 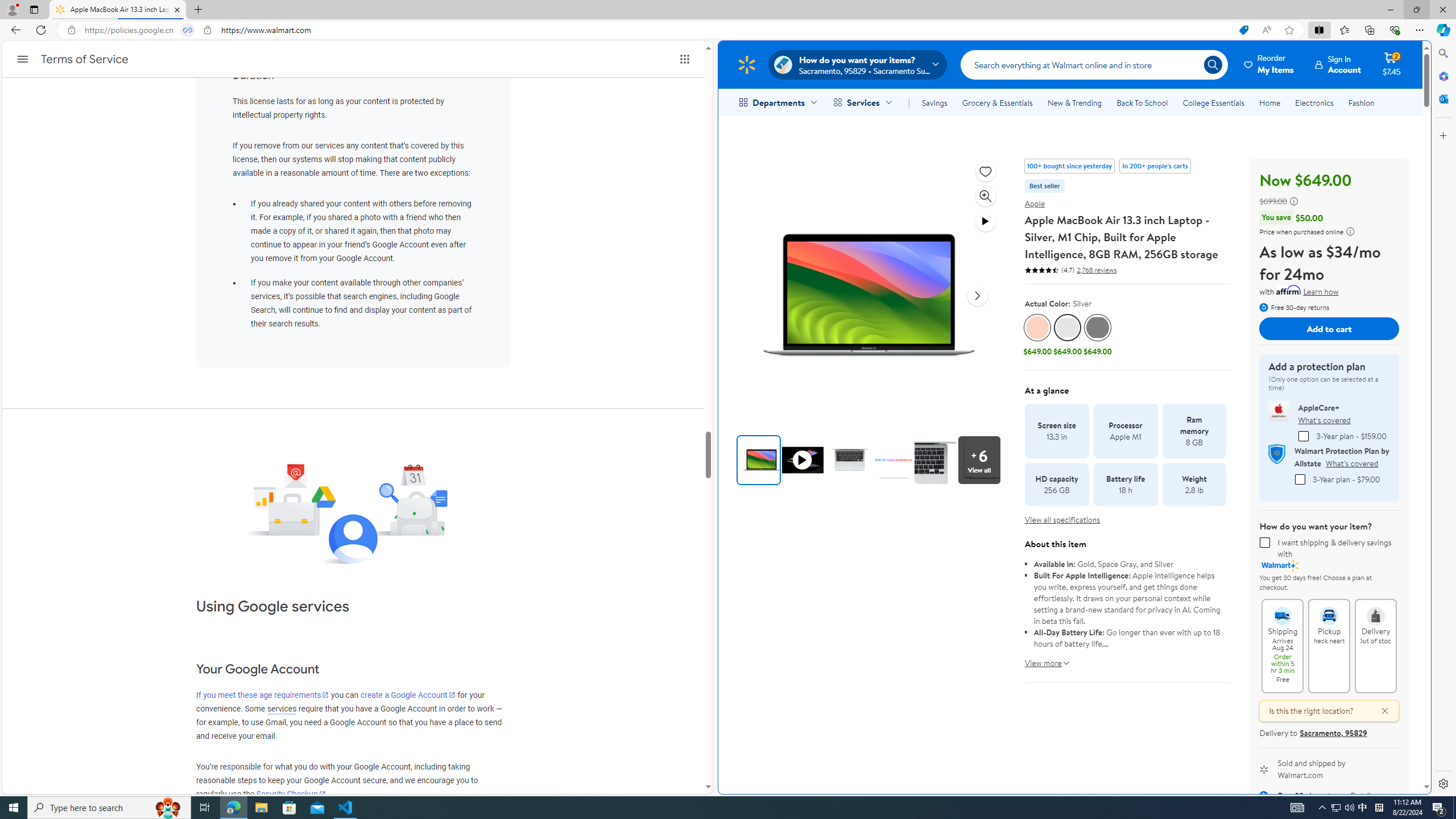 I want to click on 'Free 30-day returns', so click(x=1293, y=307).